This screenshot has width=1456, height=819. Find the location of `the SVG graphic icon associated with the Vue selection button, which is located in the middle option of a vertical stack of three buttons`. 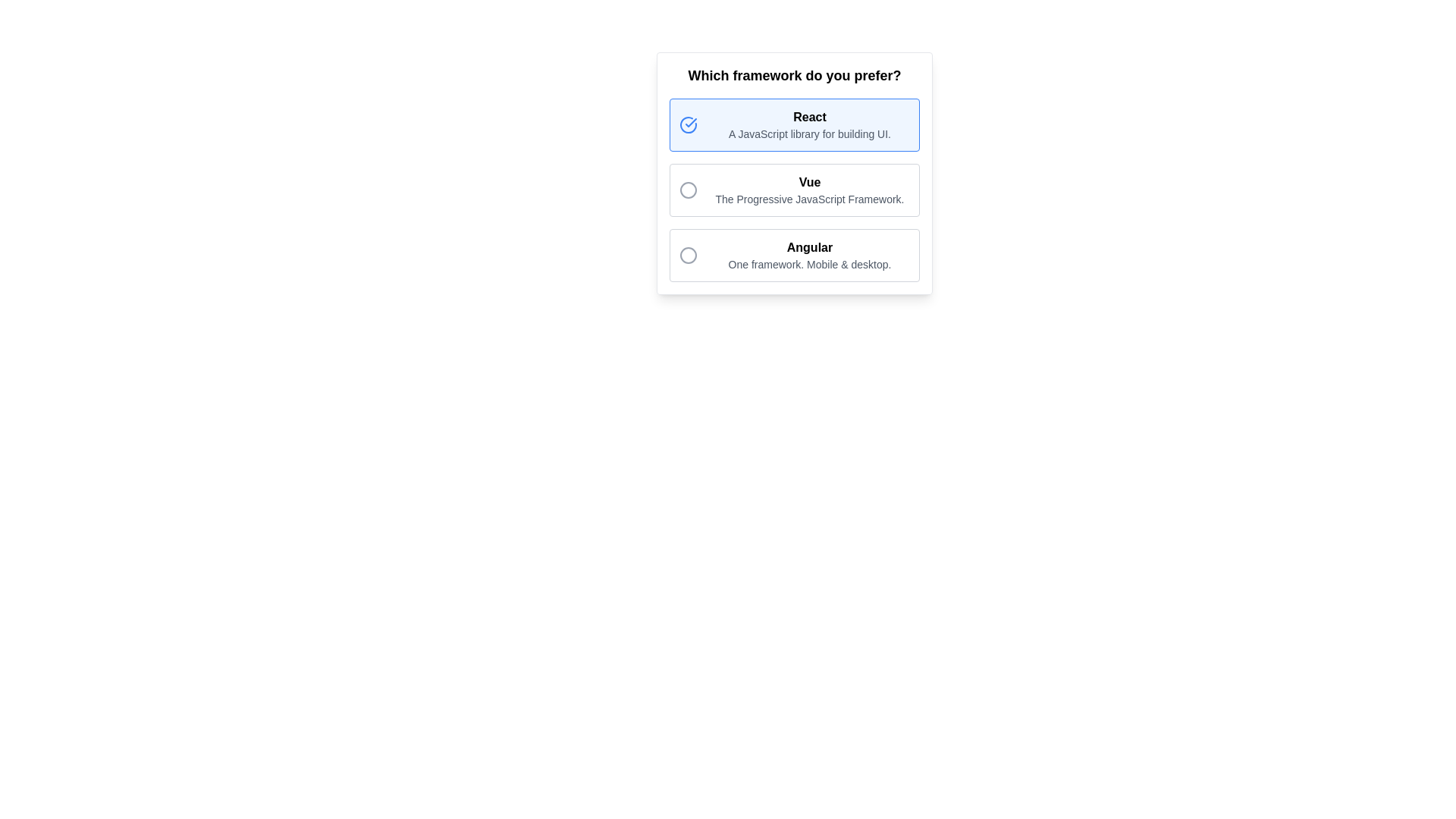

the SVG graphic icon associated with the Vue selection button, which is located in the middle option of a vertical stack of three buttons is located at coordinates (687, 189).